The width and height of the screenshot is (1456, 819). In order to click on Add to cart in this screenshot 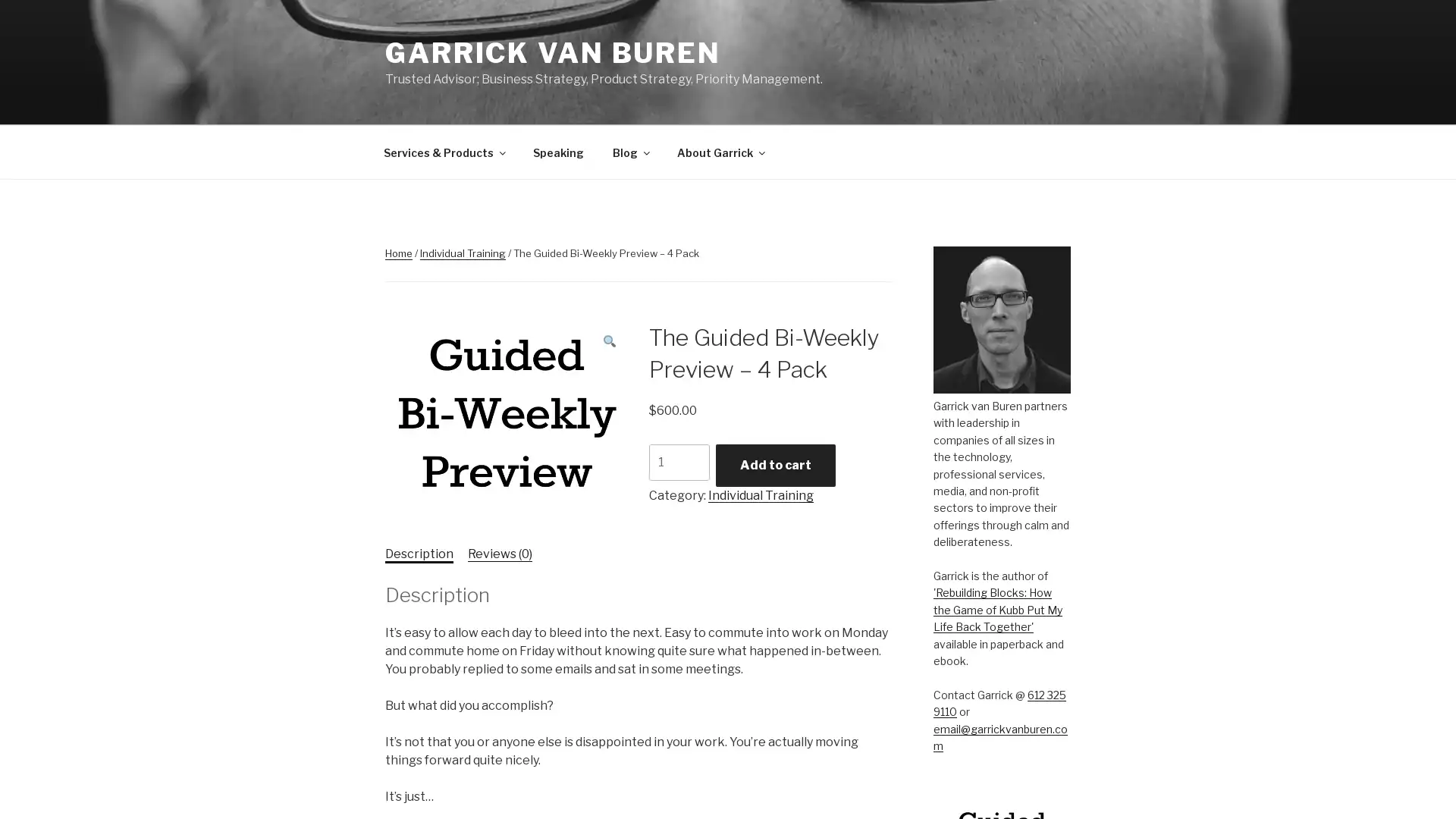, I will do `click(775, 464)`.